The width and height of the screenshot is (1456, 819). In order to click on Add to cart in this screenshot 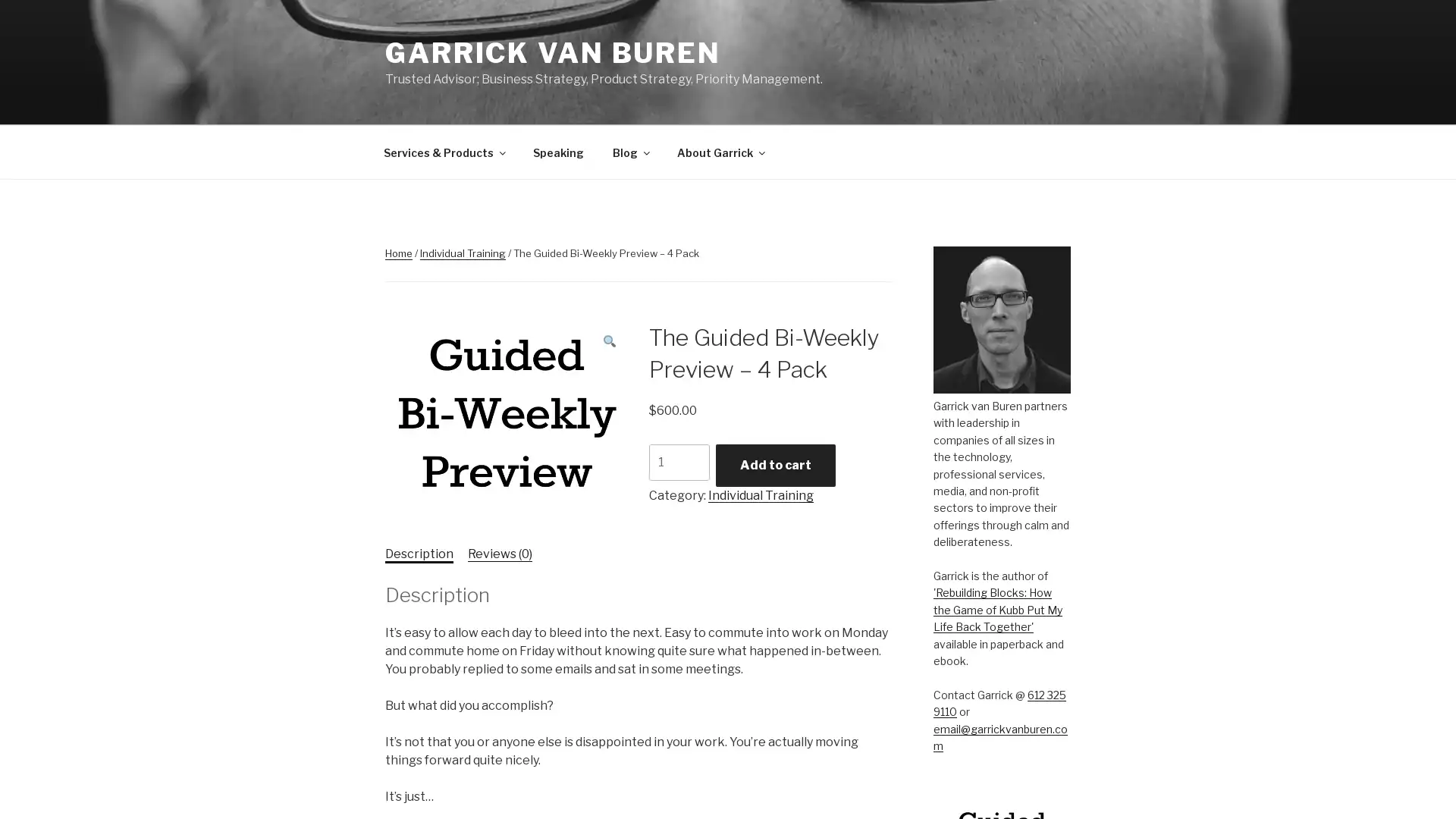, I will do `click(775, 464)`.